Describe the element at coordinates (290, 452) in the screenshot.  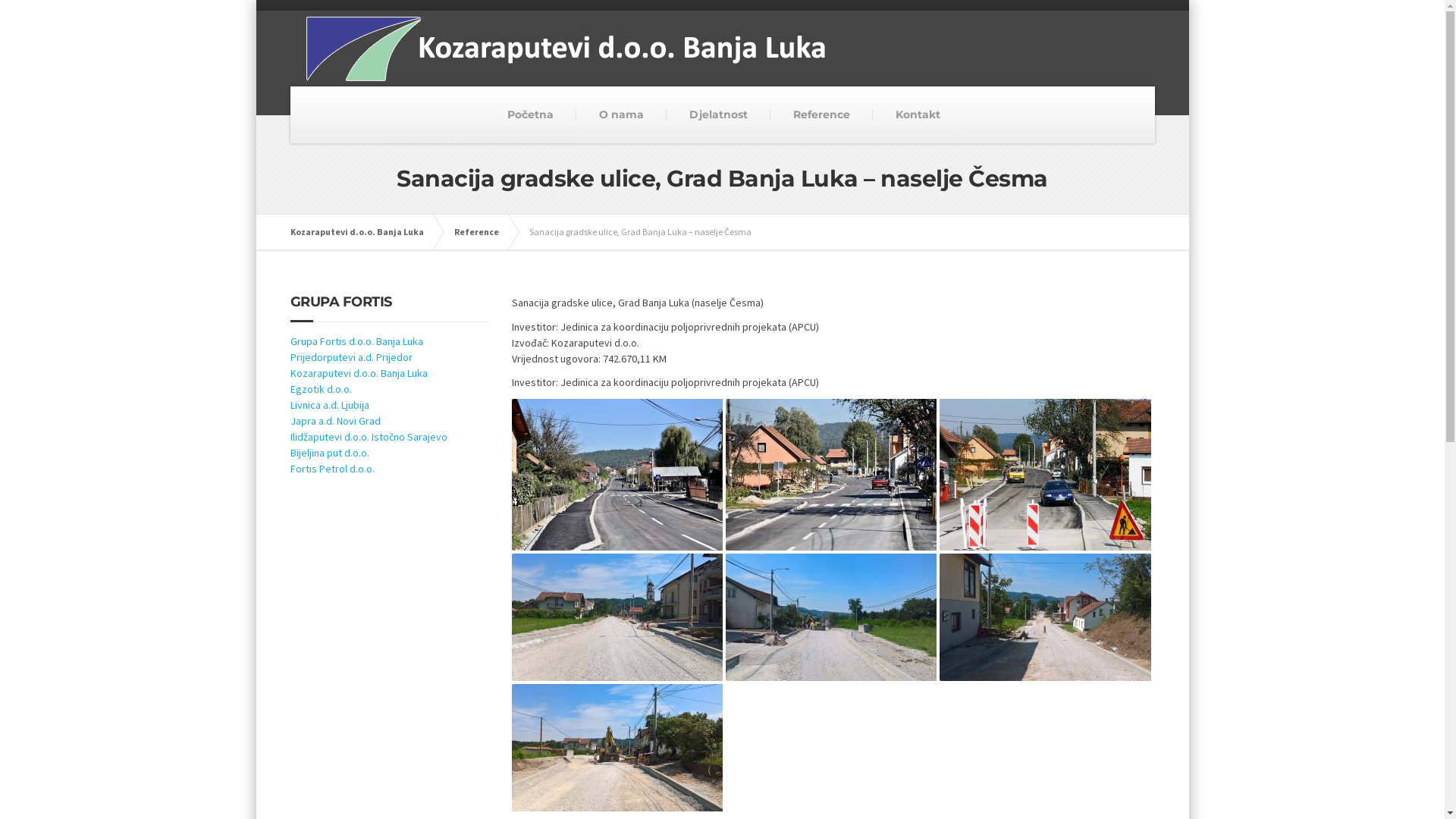
I see `'Bijeljina put d.o.o.'` at that location.